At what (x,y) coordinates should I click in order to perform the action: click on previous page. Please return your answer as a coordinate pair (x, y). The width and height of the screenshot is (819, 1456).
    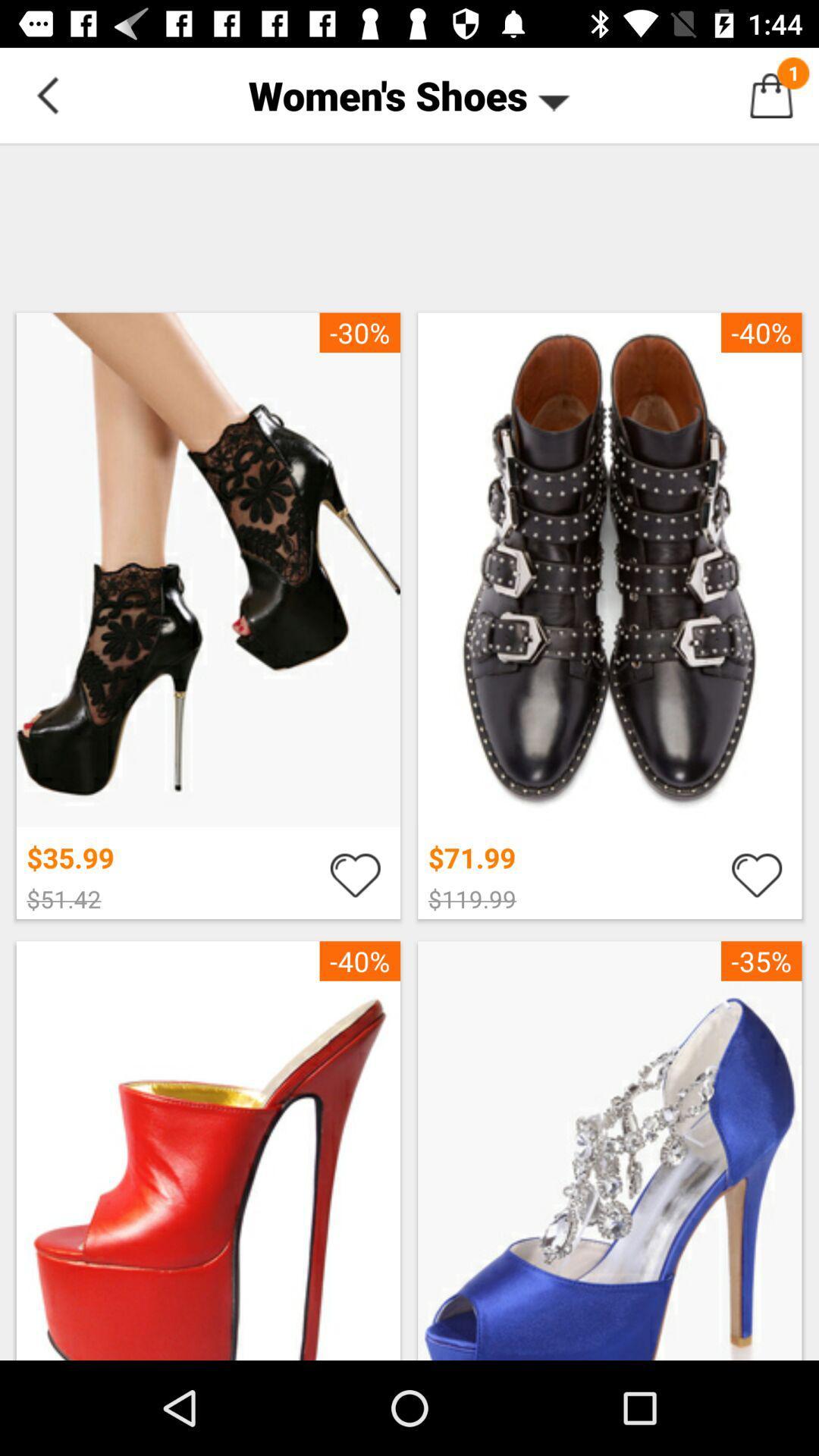
    Looking at the image, I should click on (46, 94).